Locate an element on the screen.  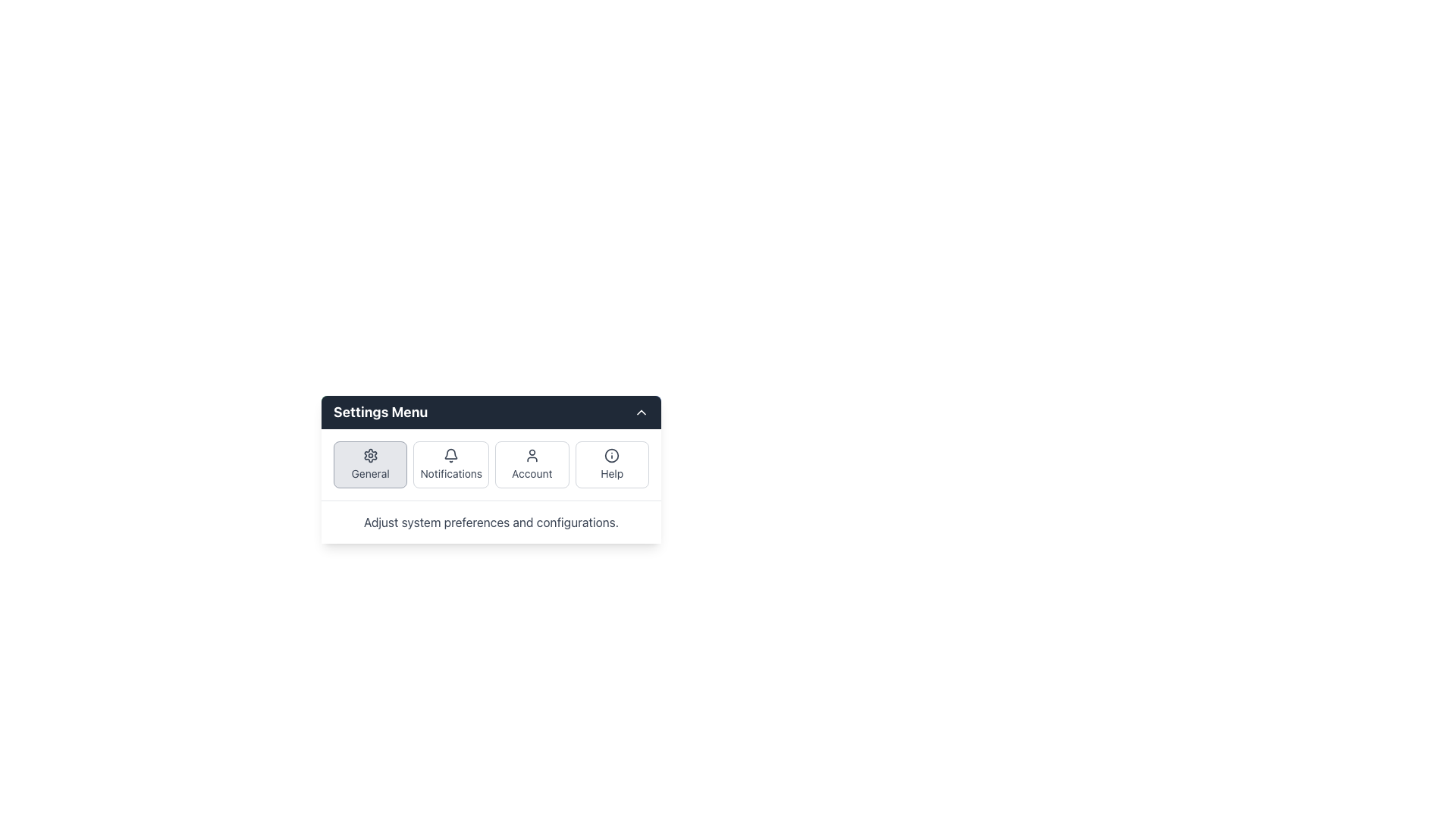
text label displaying the word 'Help' located below the information icon in the settings menu interface is located at coordinates (612, 472).